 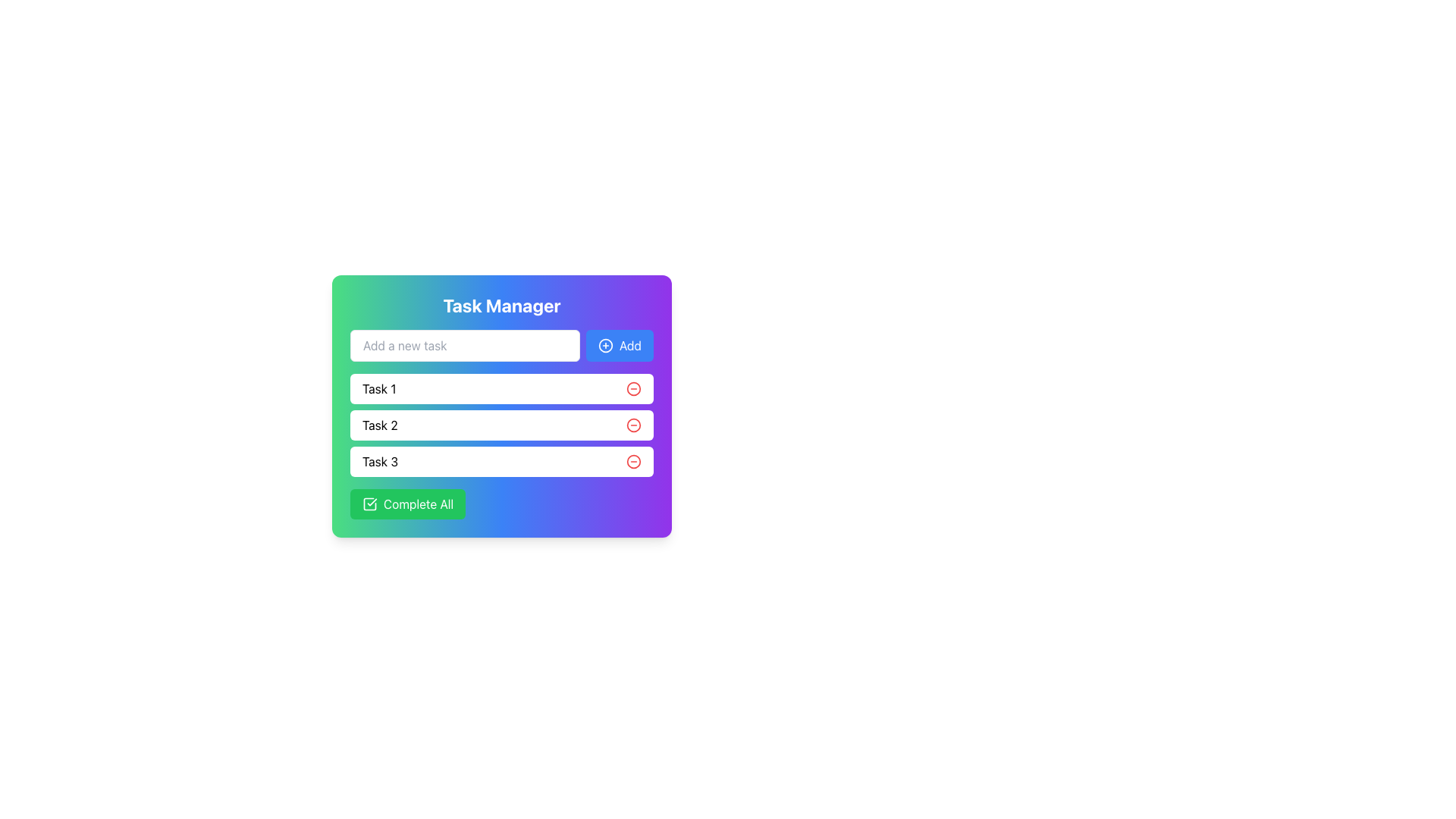 I want to click on the task name by clicking on the first task item in the Task Manager section, which is located below the 'Add a new task' input field and above 'Task 2', so click(x=502, y=388).